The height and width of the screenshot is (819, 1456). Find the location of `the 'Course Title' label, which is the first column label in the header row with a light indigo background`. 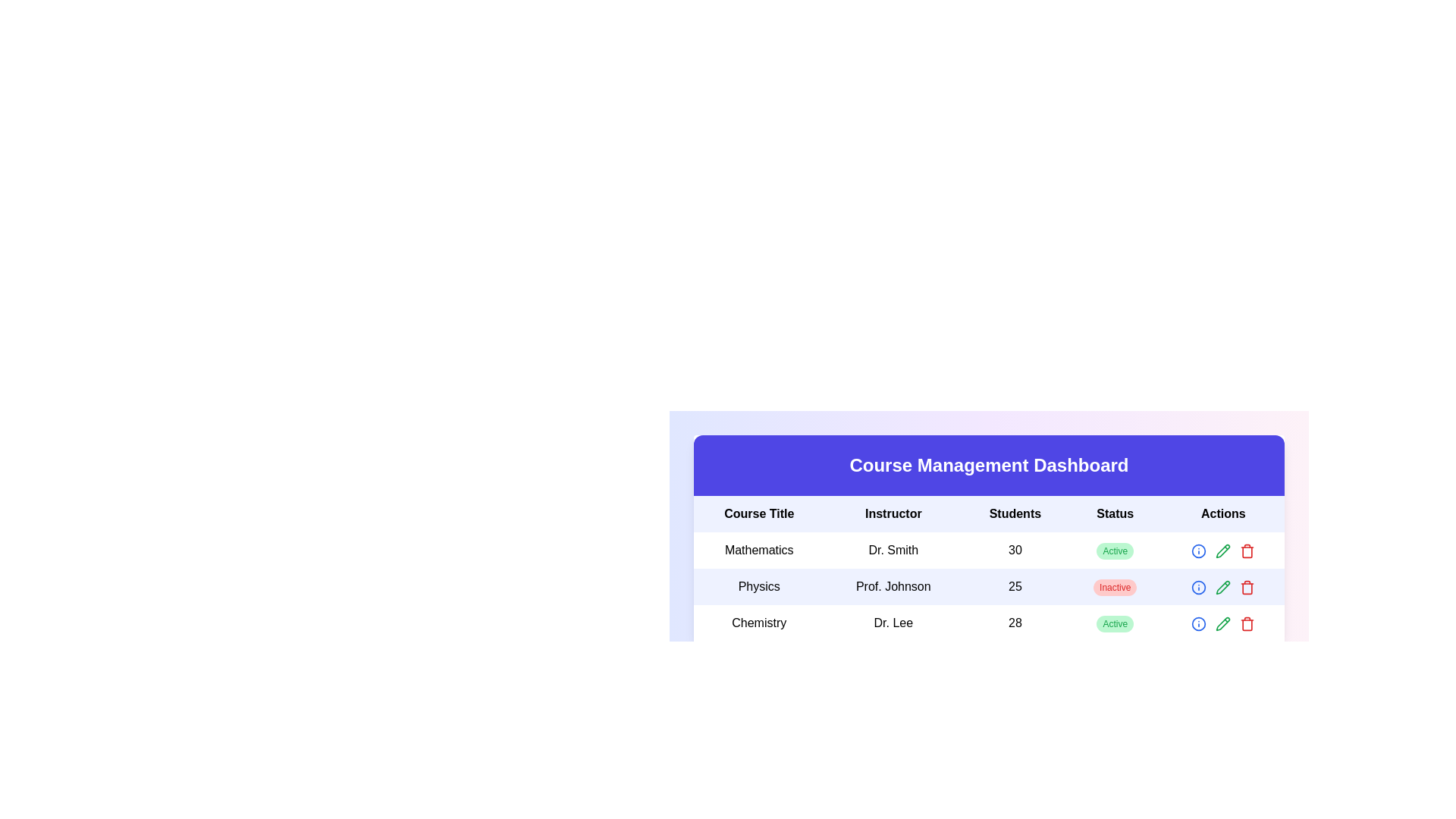

the 'Course Title' label, which is the first column label in the header row with a light indigo background is located at coordinates (759, 513).